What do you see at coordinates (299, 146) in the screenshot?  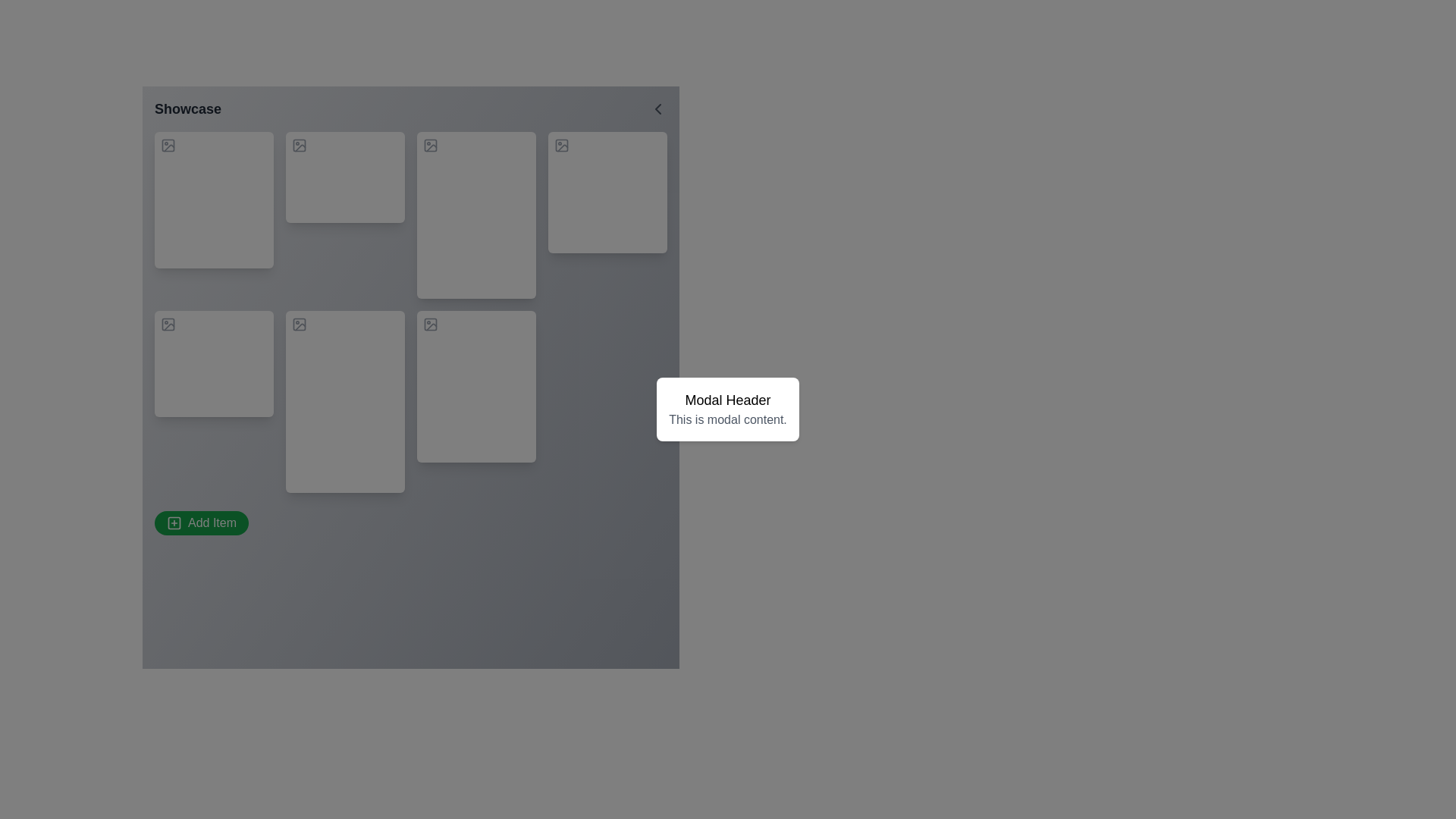 I see `the icon resembling a stylized image thumbnail, which is located at the top-left corner of a rectangular card in the grid layout` at bounding box center [299, 146].